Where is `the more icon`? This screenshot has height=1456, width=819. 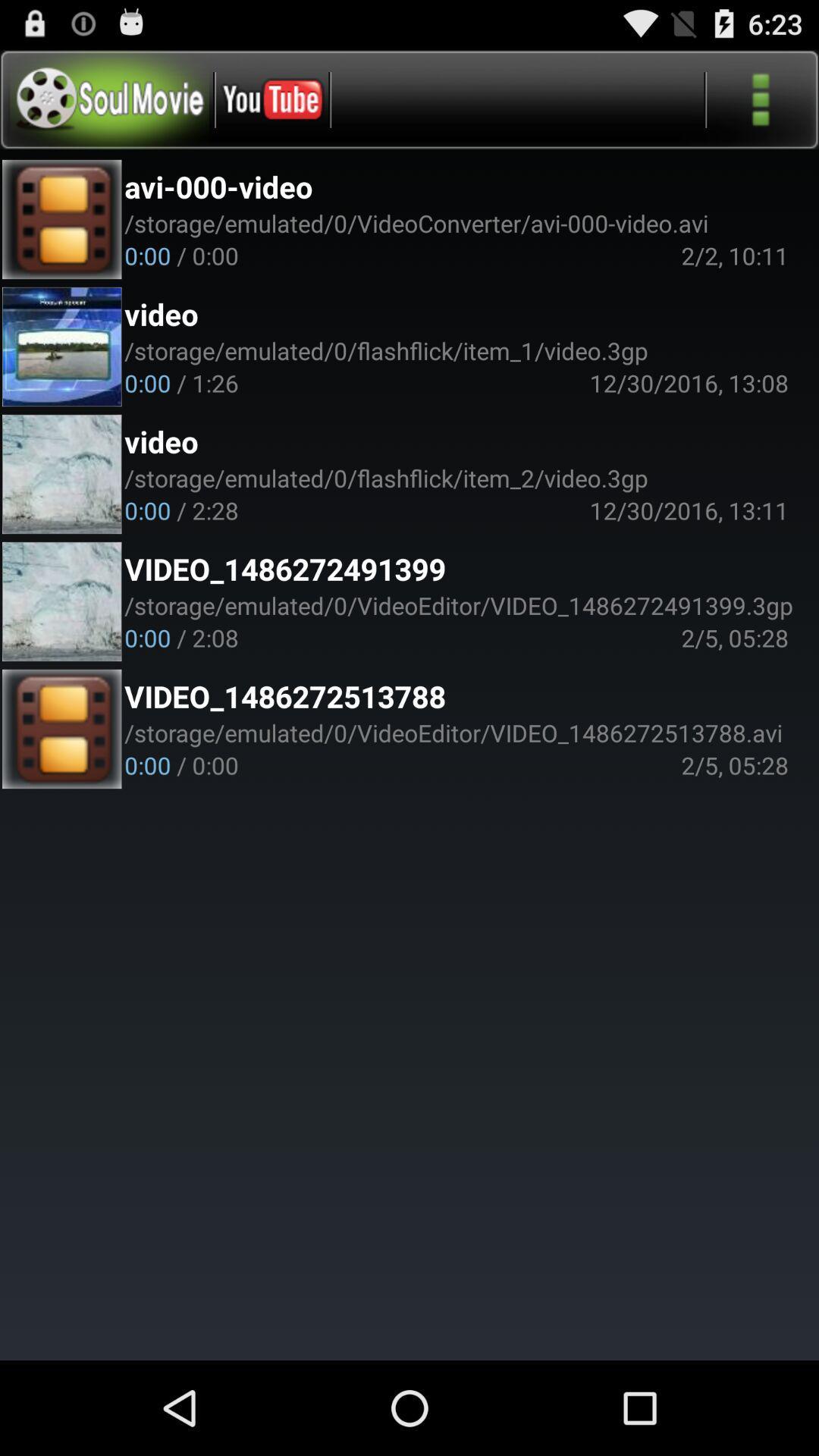 the more icon is located at coordinates (761, 105).